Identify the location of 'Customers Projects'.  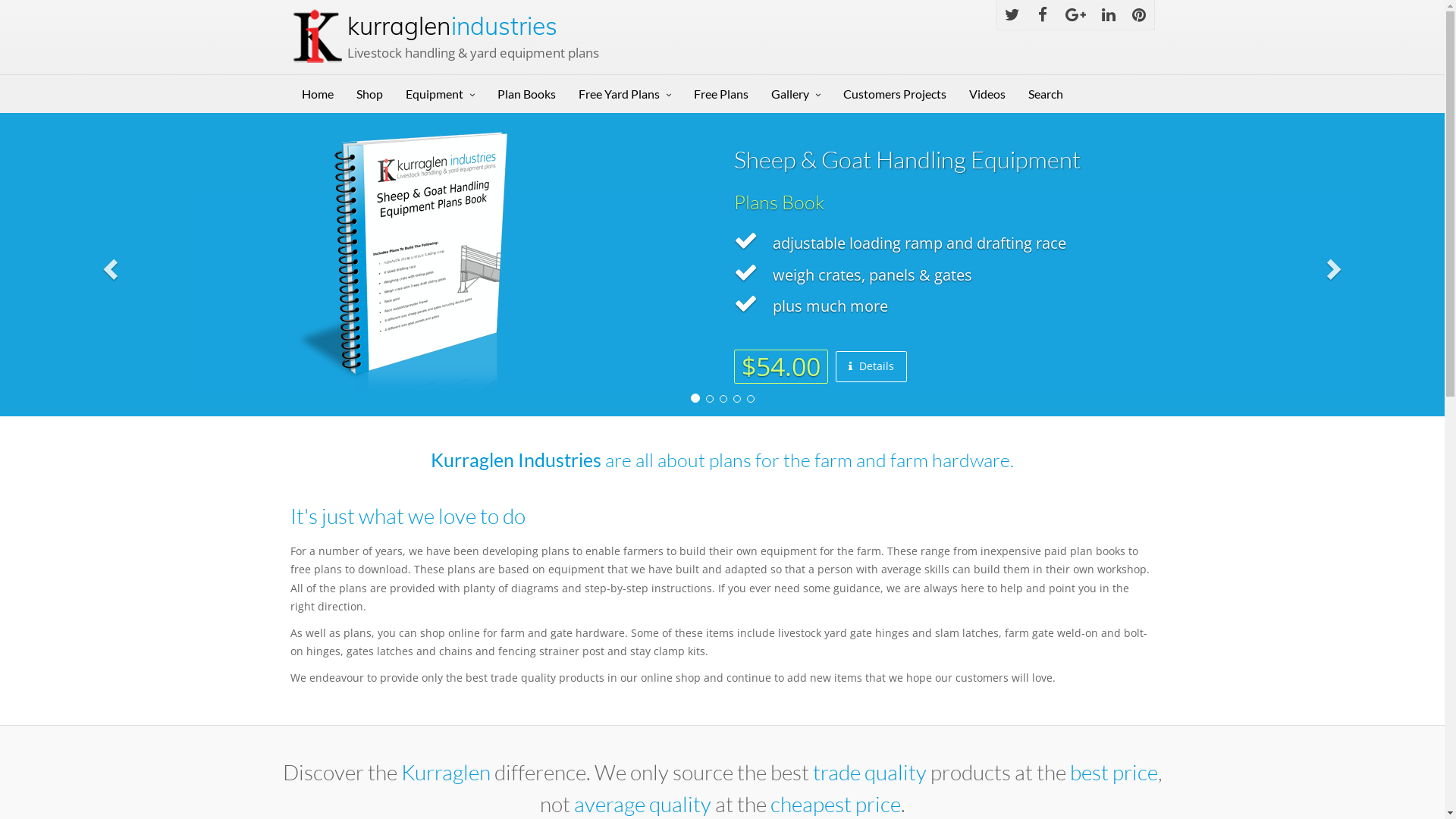
(894, 93).